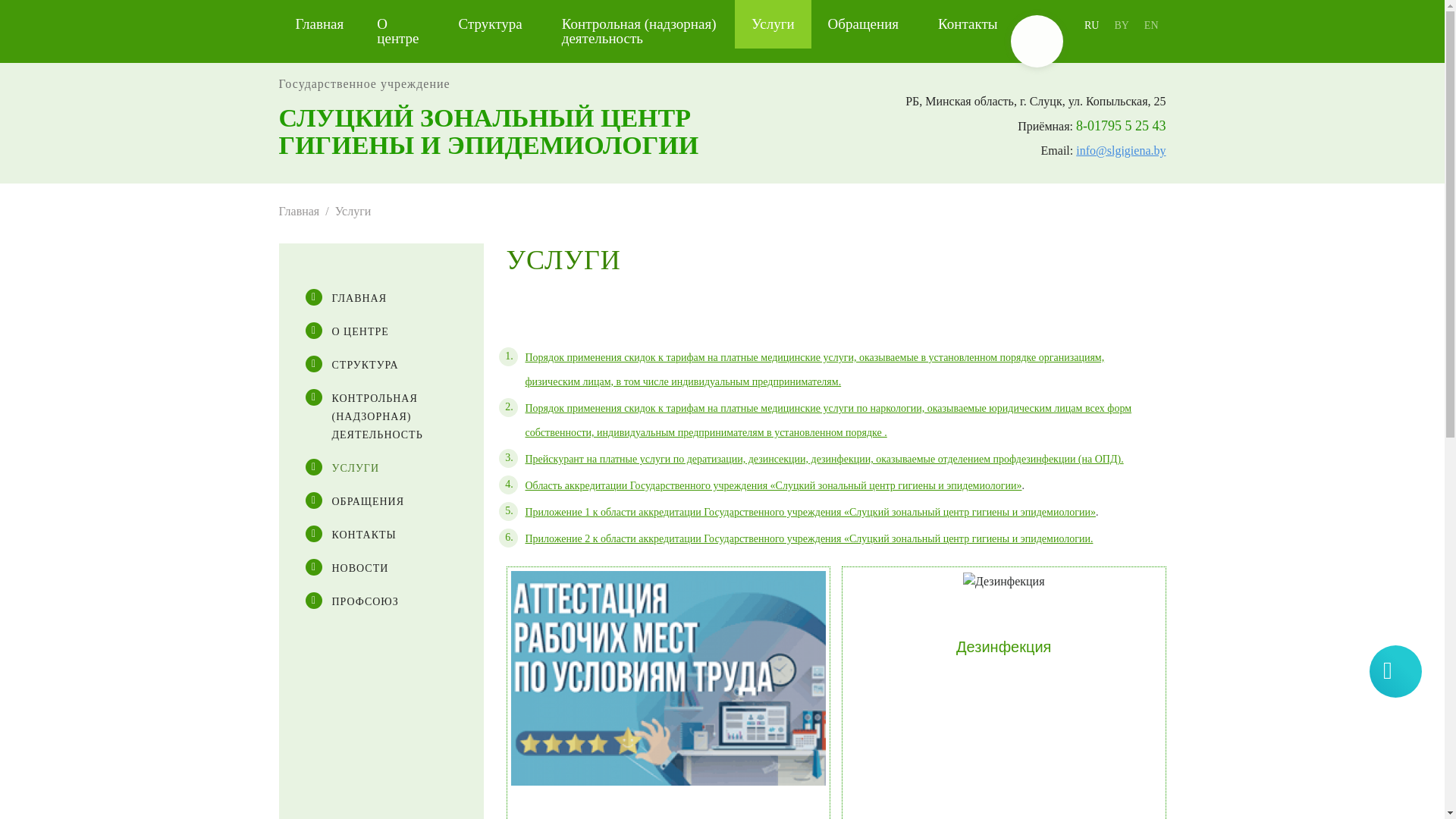 This screenshot has width=1456, height=819. Describe the element at coordinates (1106, 25) in the screenshot. I see `'BY'` at that location.